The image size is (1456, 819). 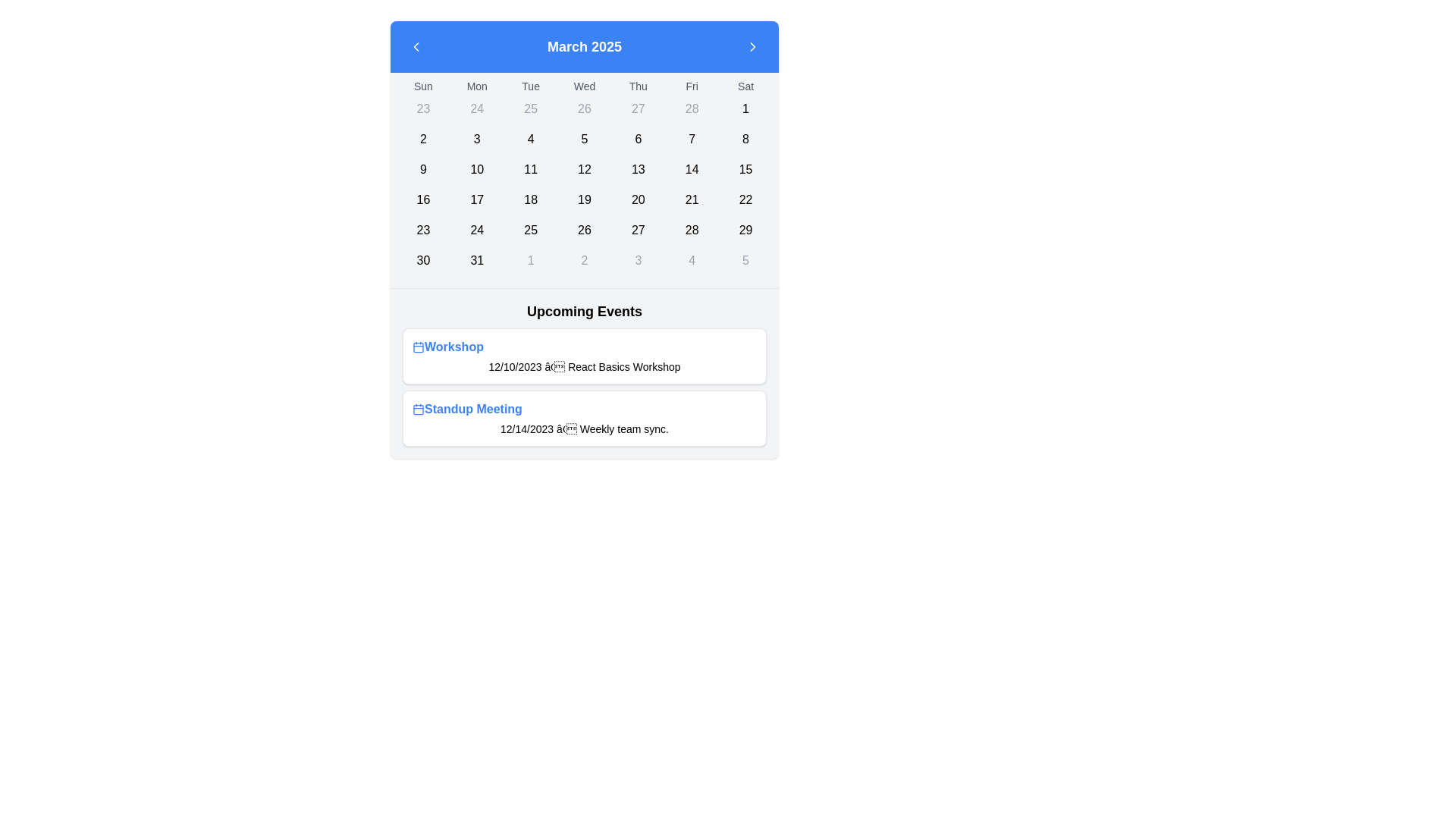 What do you see at coordinates (745, 199) in the screenshot?
I see `the button styled as a selectable calendar cell with the number '22', located in the last column of the fourth row of the calendar grid` at bounding box center [745, 199].